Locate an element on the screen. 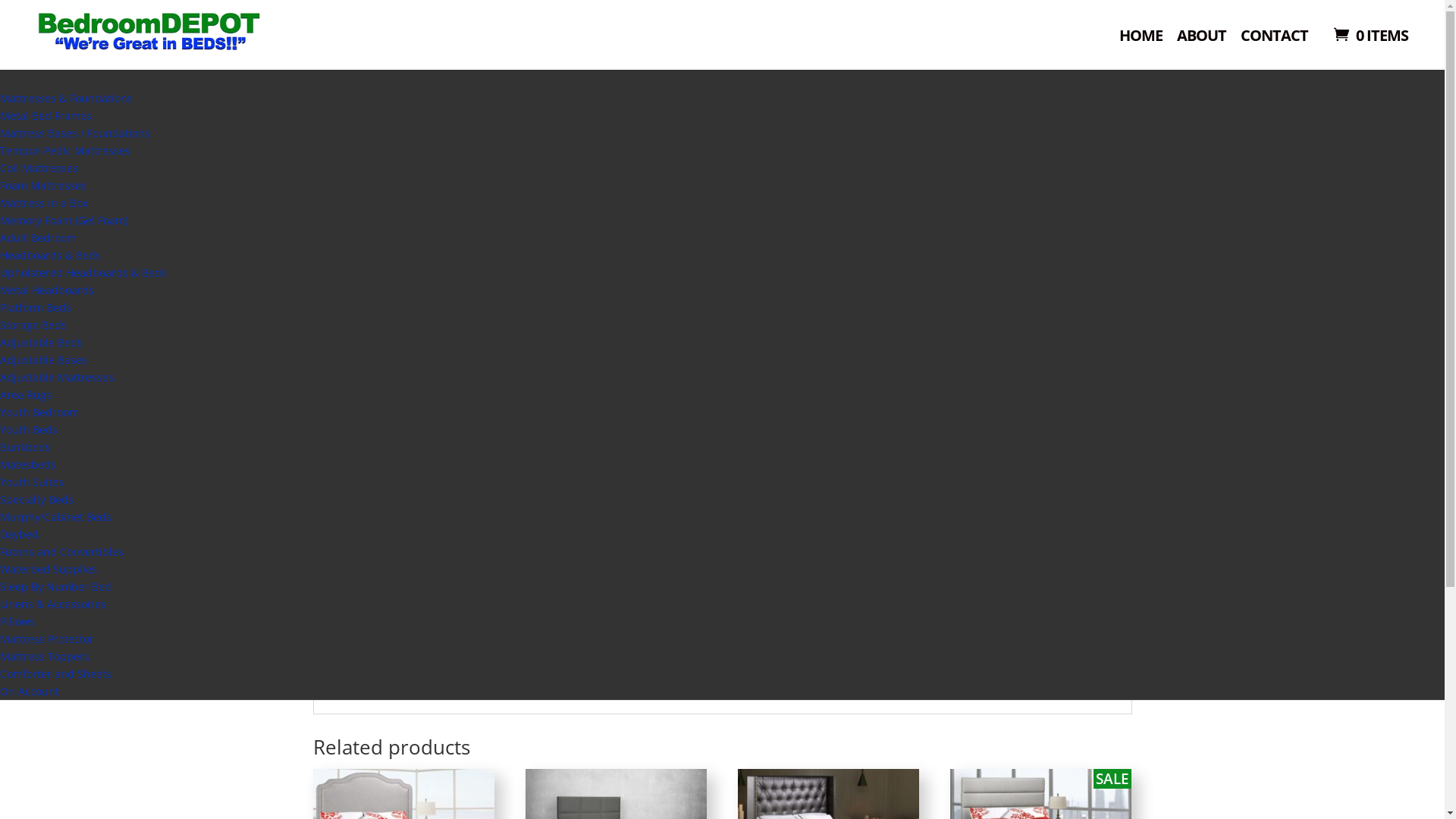 This screenshot has width=1456, height=819. 'Adjustable Bases' is located at coordinates (43, 359).